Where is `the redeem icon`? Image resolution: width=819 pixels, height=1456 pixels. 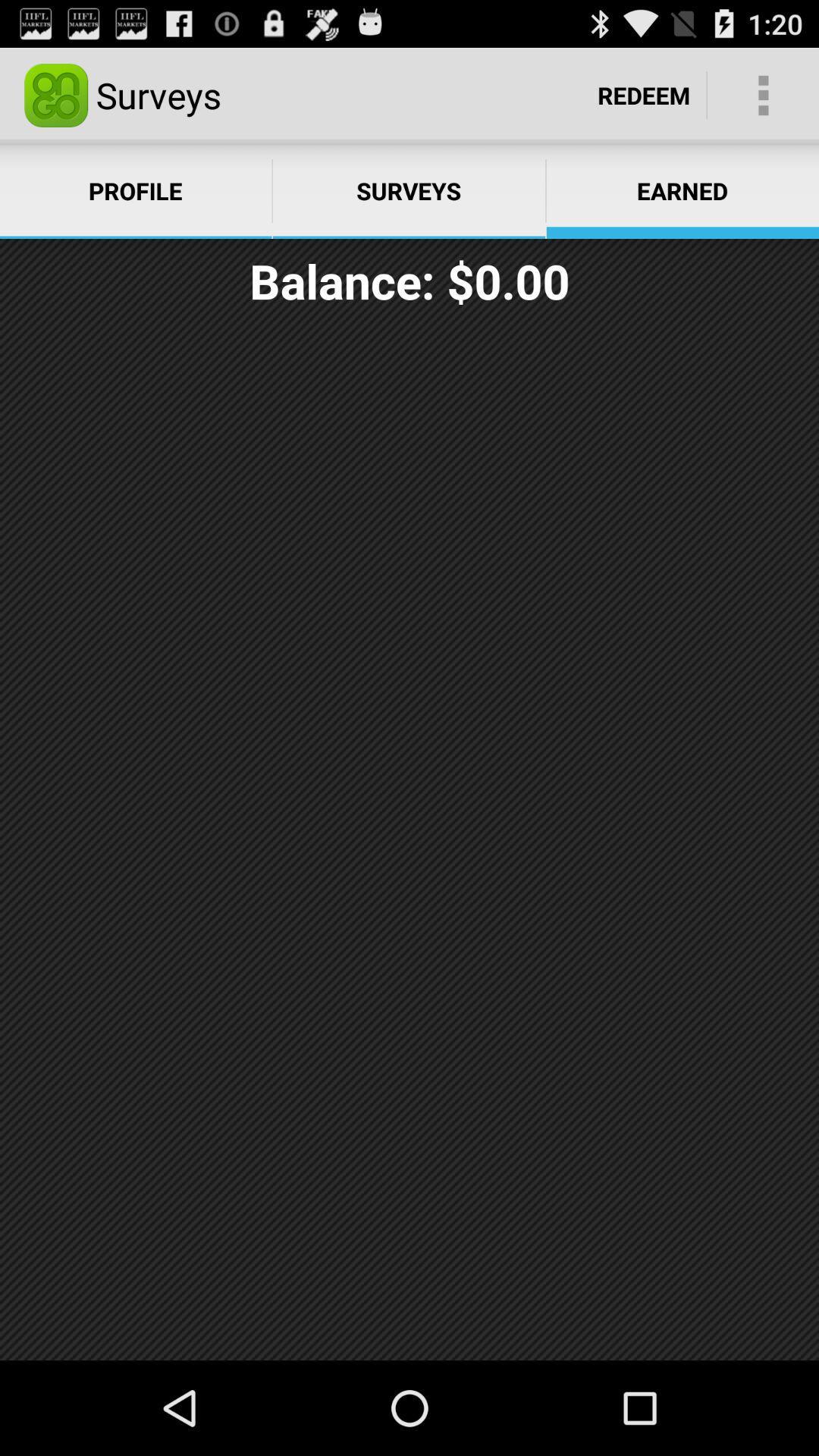
the redeem icon is located at coordinates (644, 94).